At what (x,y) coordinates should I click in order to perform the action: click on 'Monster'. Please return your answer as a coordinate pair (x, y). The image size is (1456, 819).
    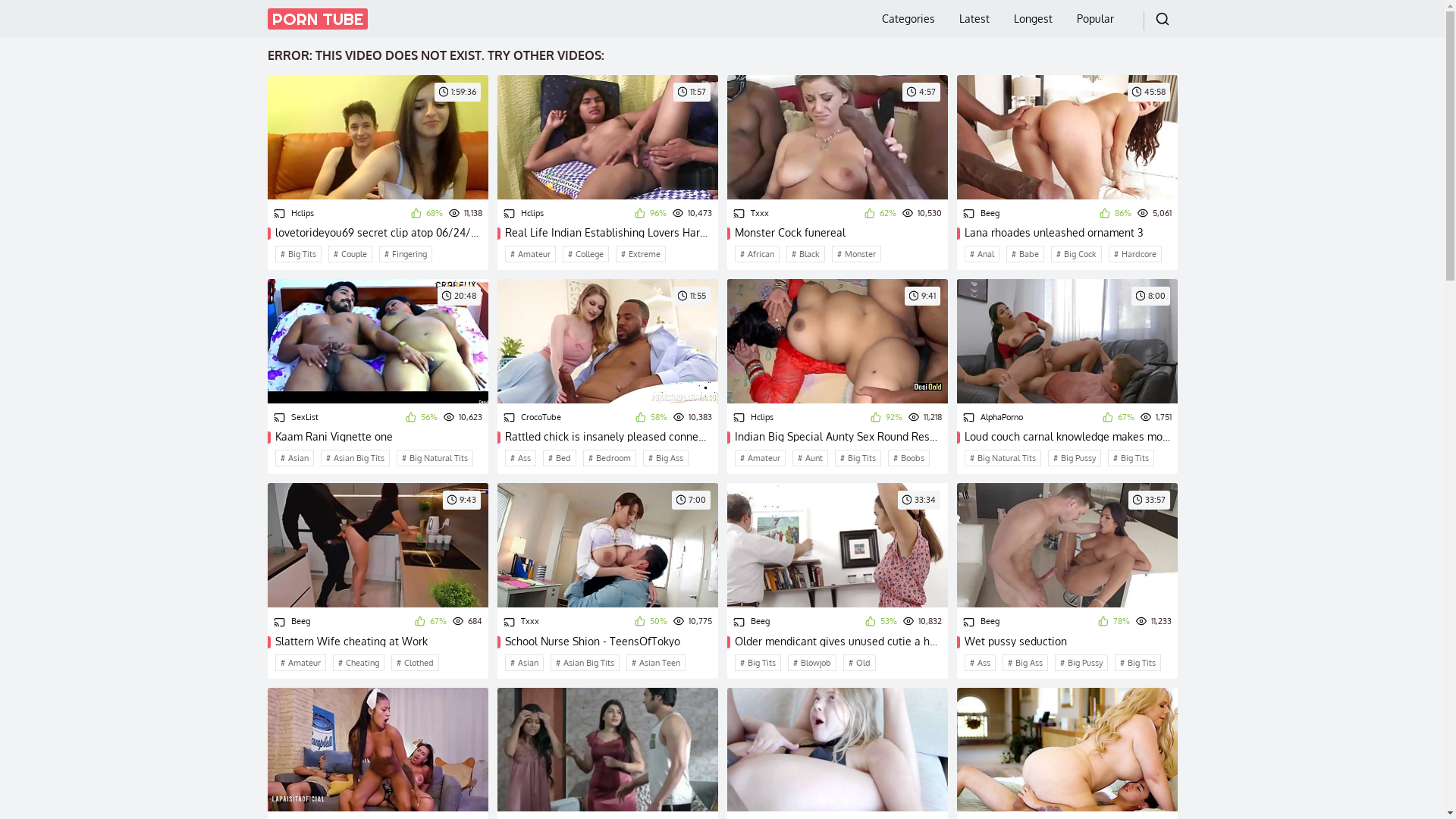
    Looking at the image, I should click on (855, 253).